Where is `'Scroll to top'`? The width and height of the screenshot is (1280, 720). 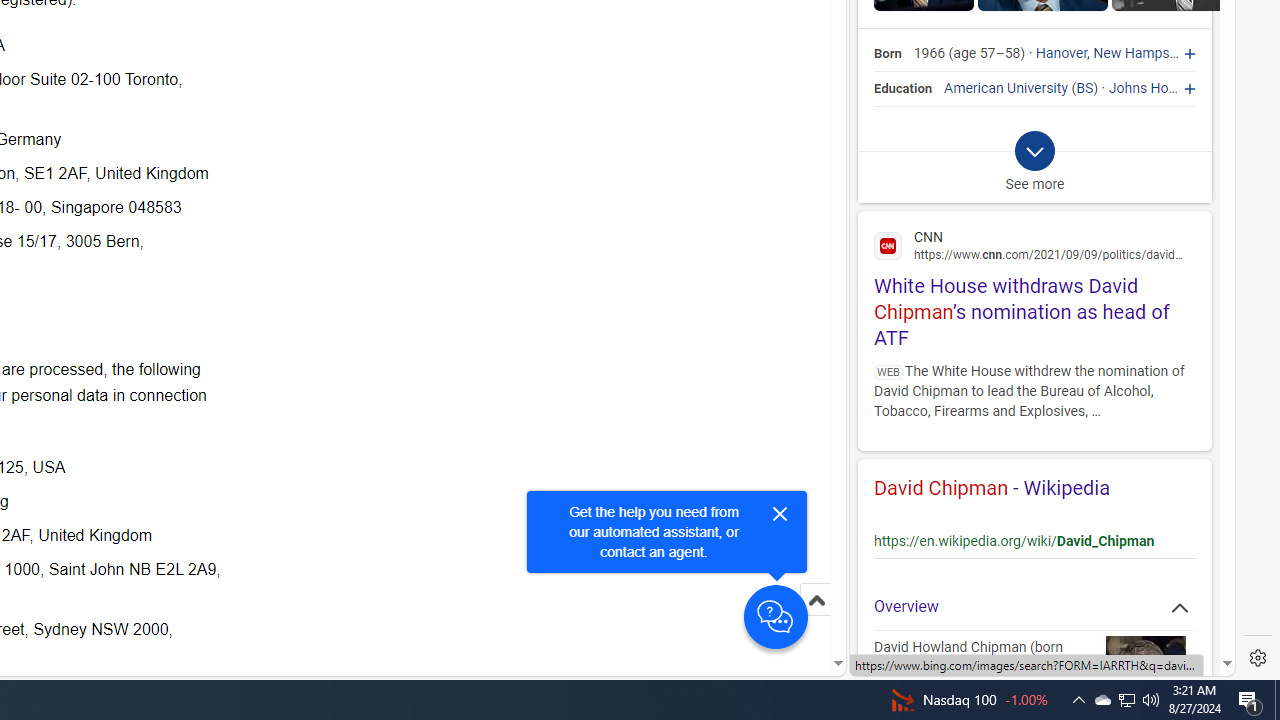 'Scroll to top' is located at coordinates (816, 598).